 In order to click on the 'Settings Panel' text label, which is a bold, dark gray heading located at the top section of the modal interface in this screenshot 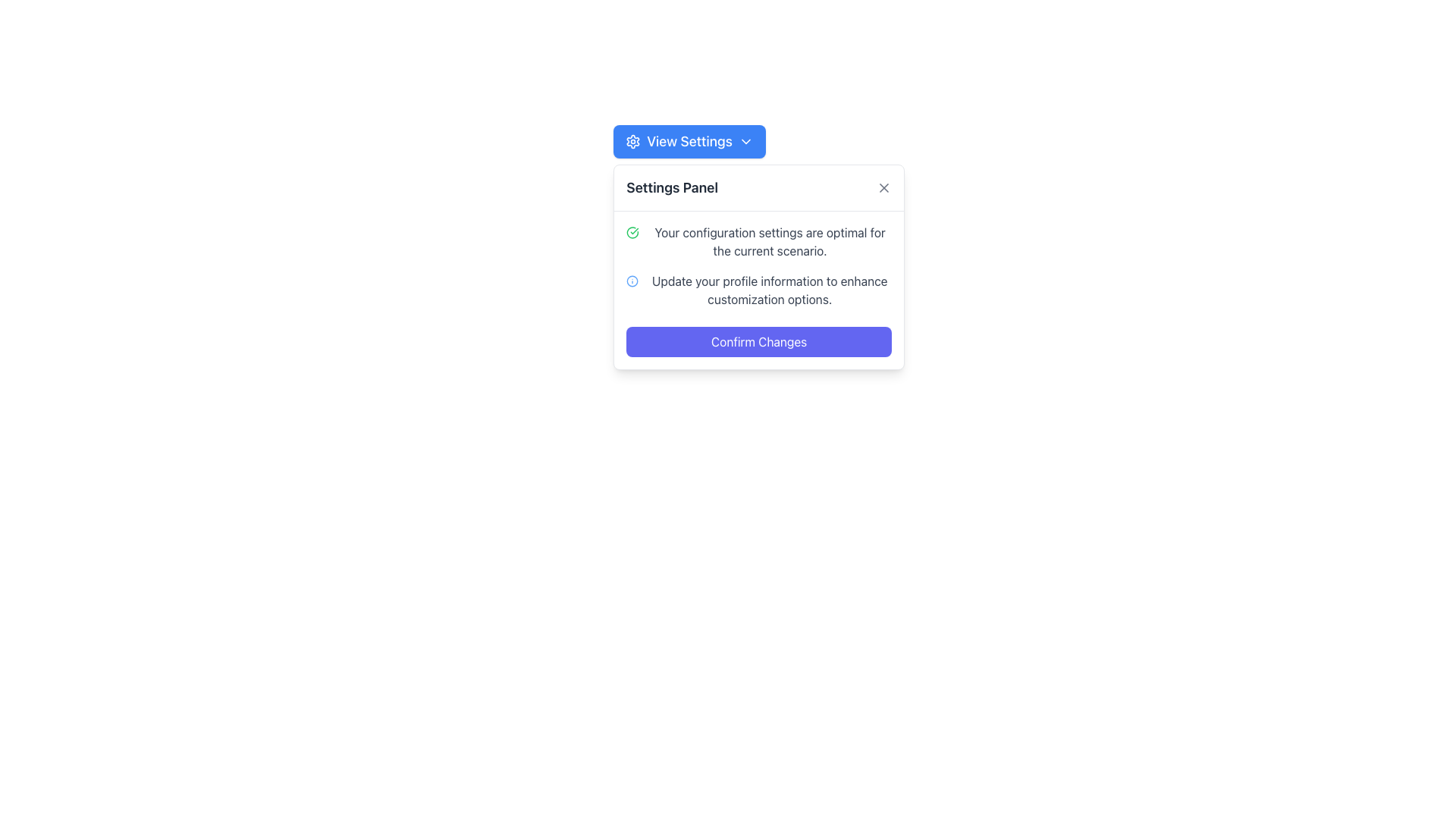, I will do `click(671, 187)`.